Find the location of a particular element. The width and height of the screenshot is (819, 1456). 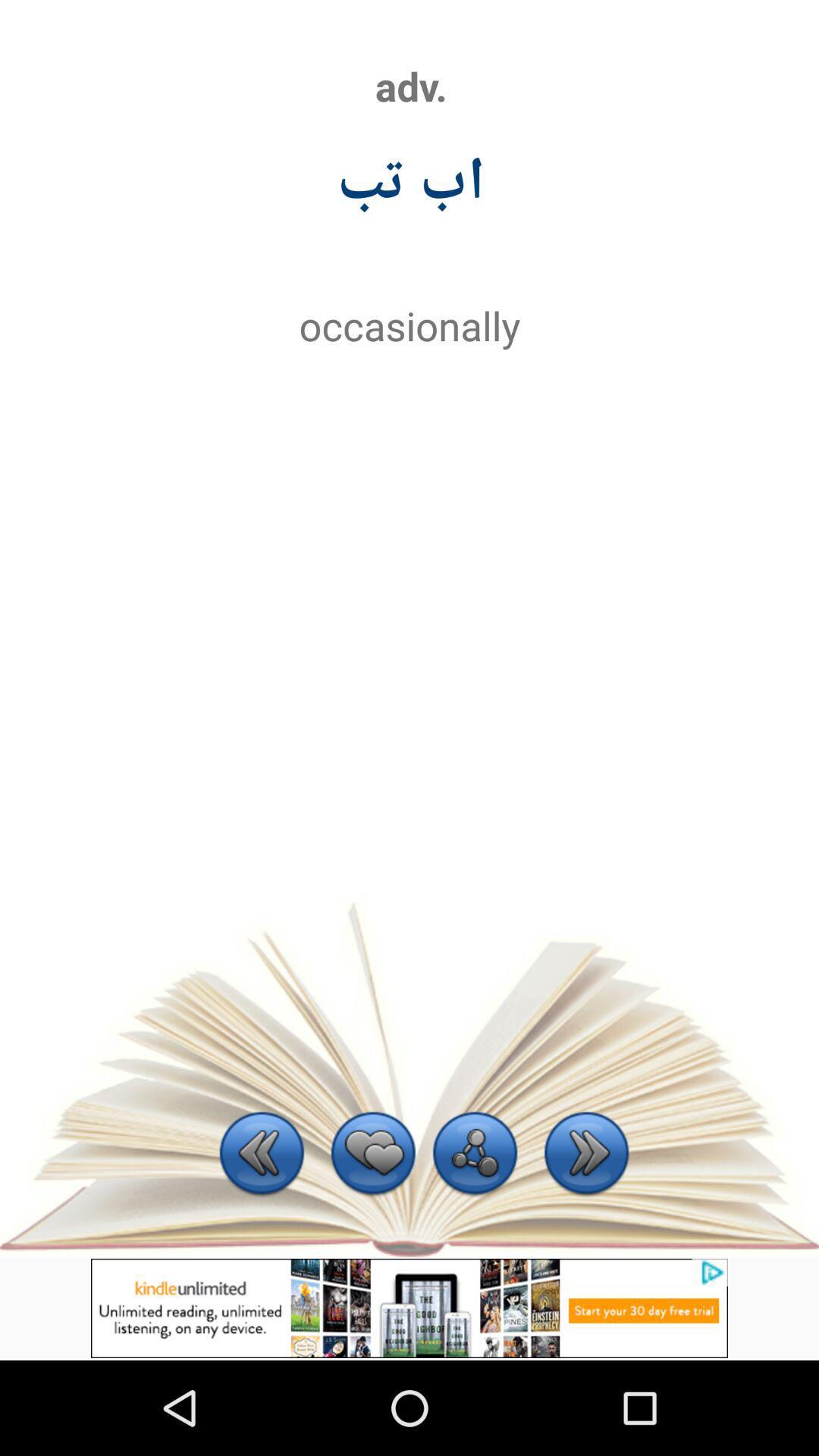

next is located at coordinates (585, 1154).